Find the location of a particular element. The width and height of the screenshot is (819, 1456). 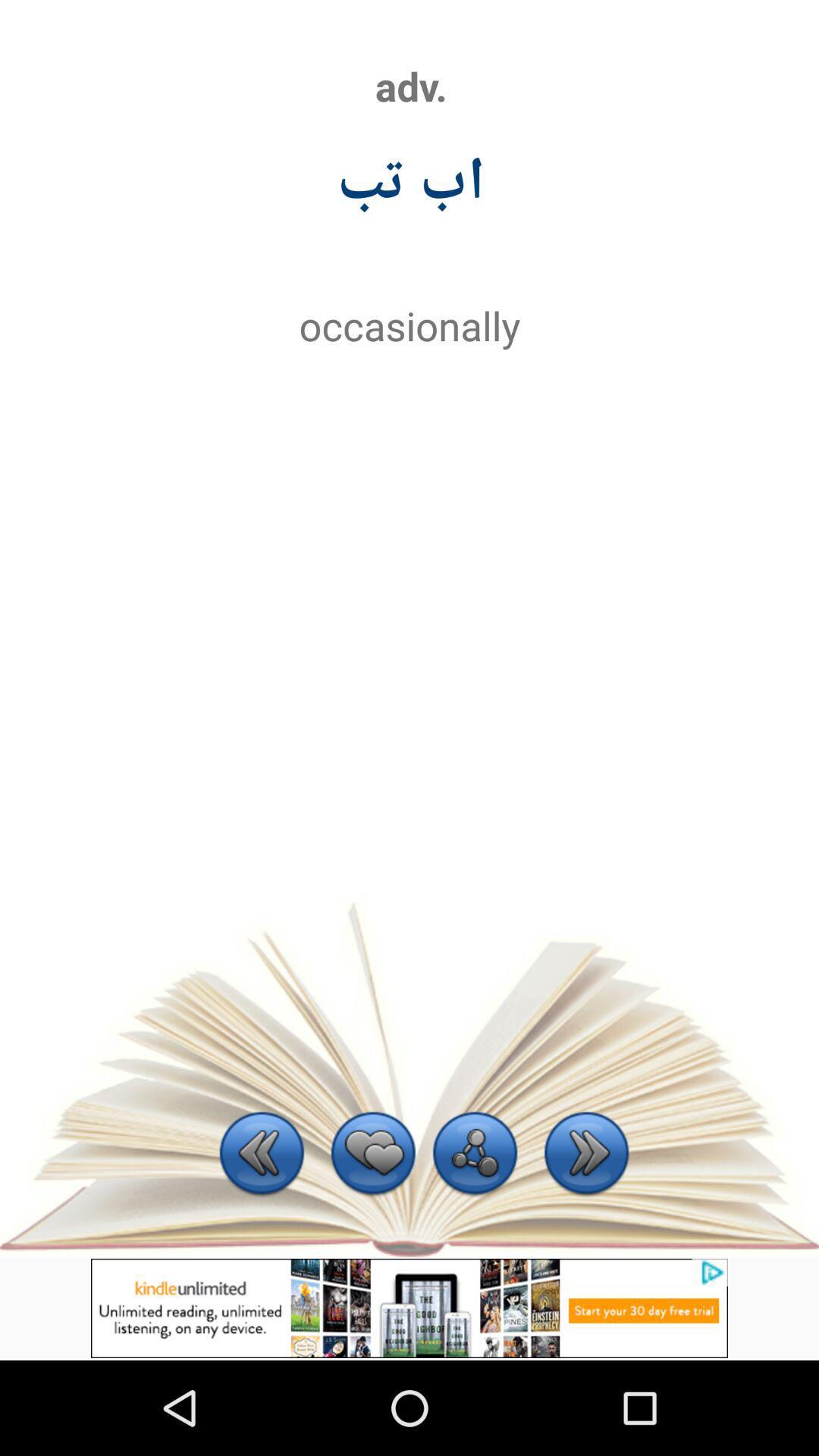

next is located at coordinates (585, 1154).